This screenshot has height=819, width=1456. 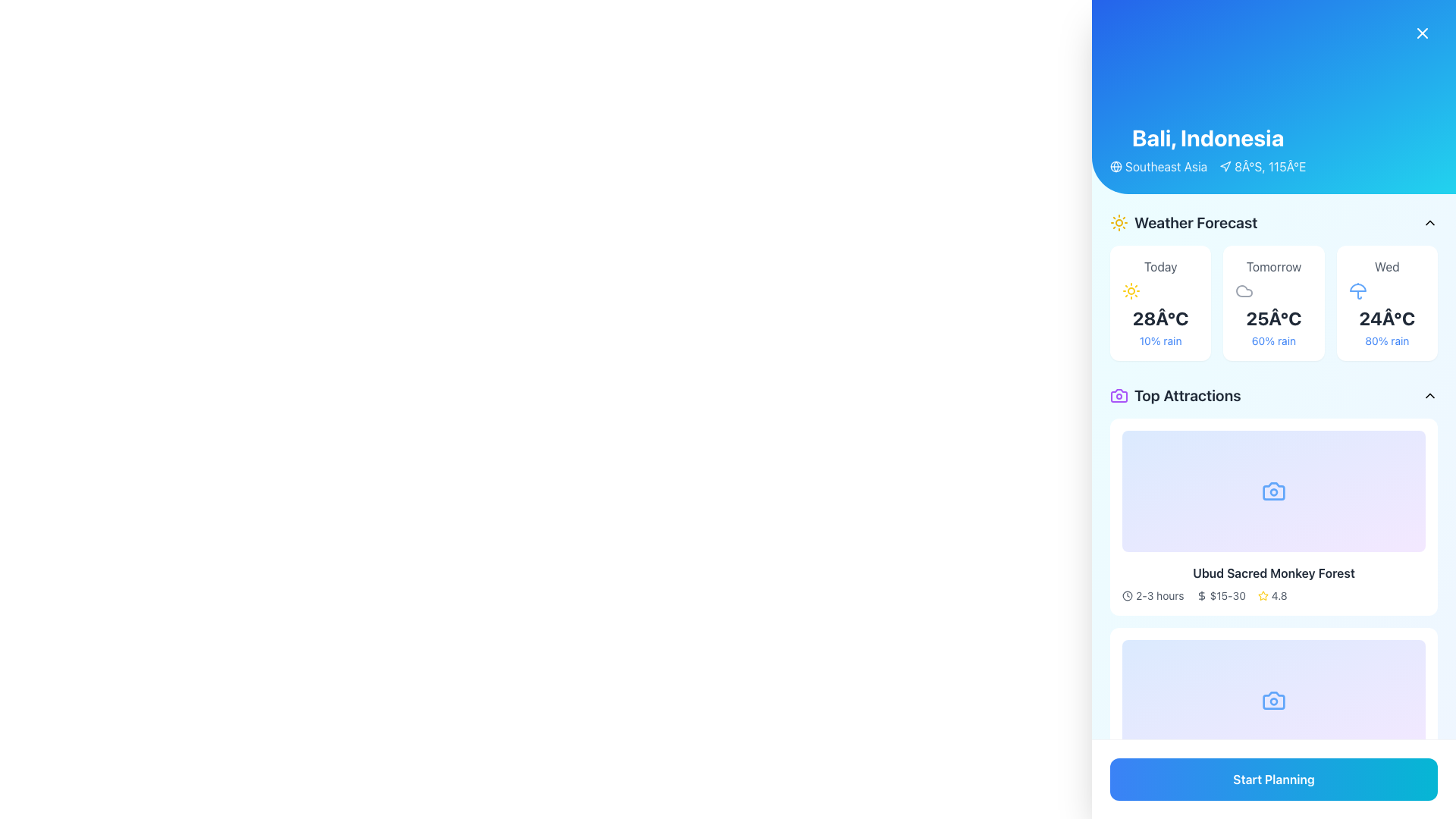 I want to click on the icon adjacent to the Text label that provides geographic coordinates for more information, so click(x=1263, y=166).